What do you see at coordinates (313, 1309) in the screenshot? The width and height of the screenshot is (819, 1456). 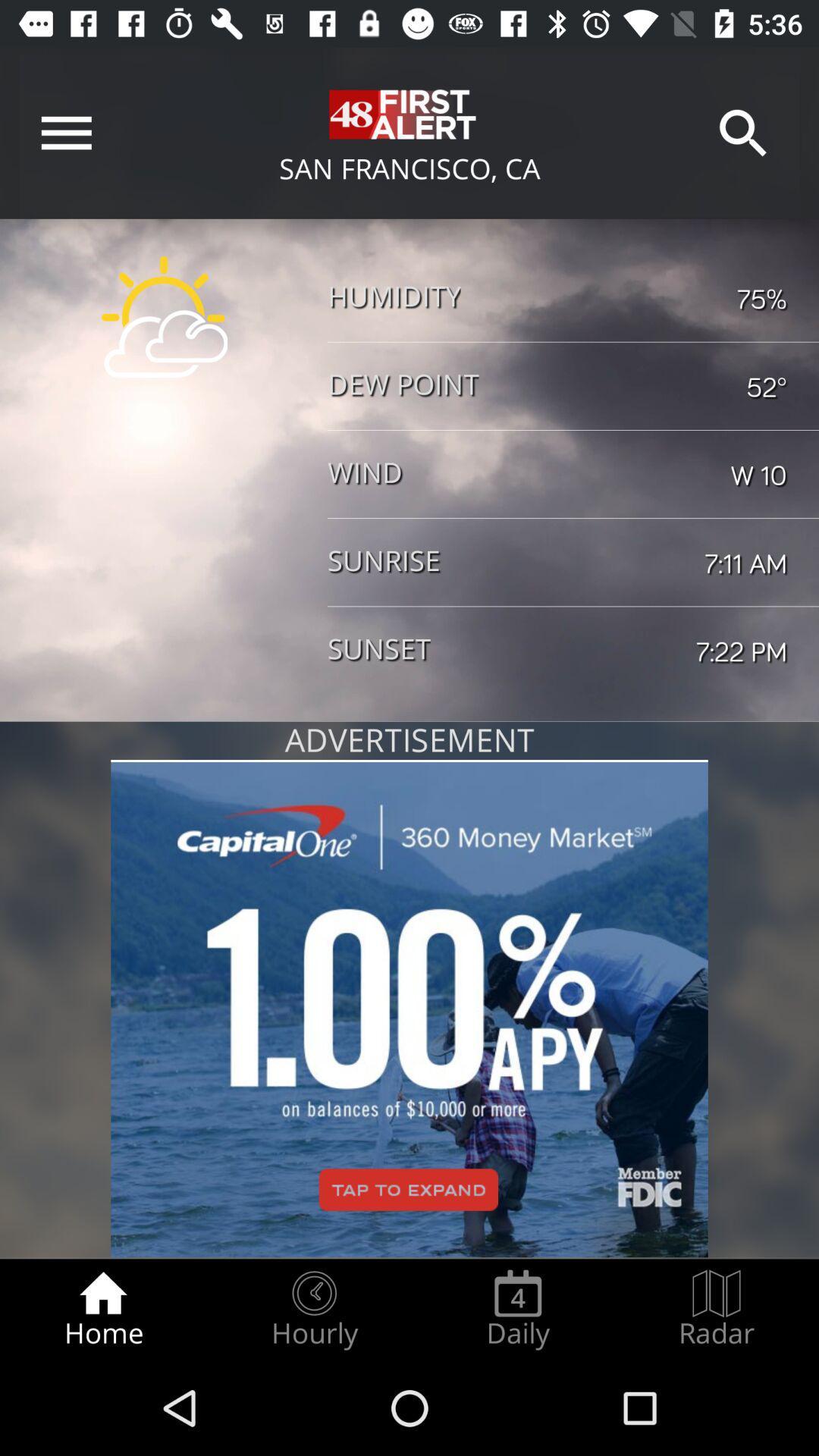 I see `the hourly radio button` at bounding box center [313, 1309].